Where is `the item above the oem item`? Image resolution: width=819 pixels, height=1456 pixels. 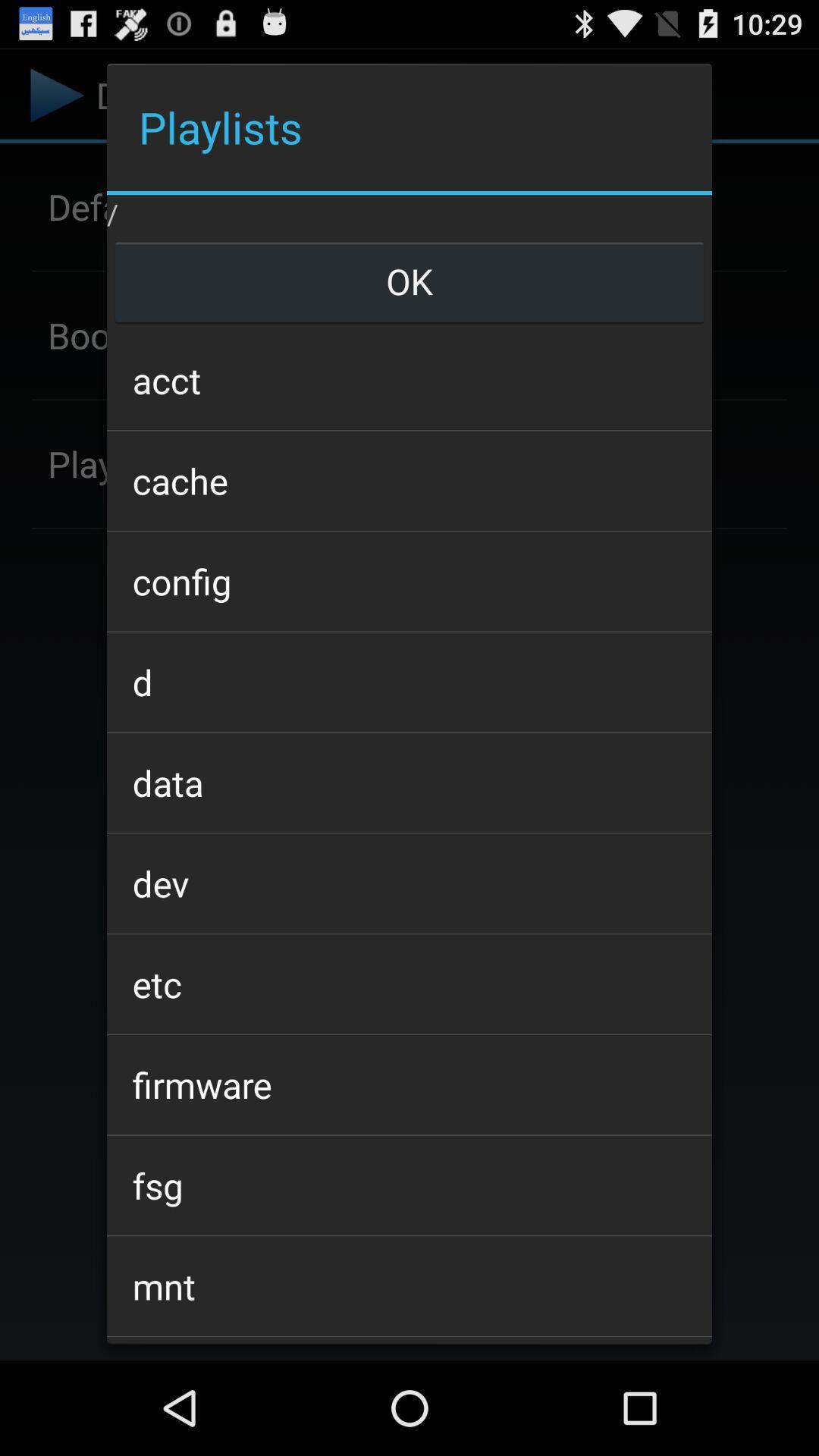
the item above the oem item is located at coordinates (409, 1285).